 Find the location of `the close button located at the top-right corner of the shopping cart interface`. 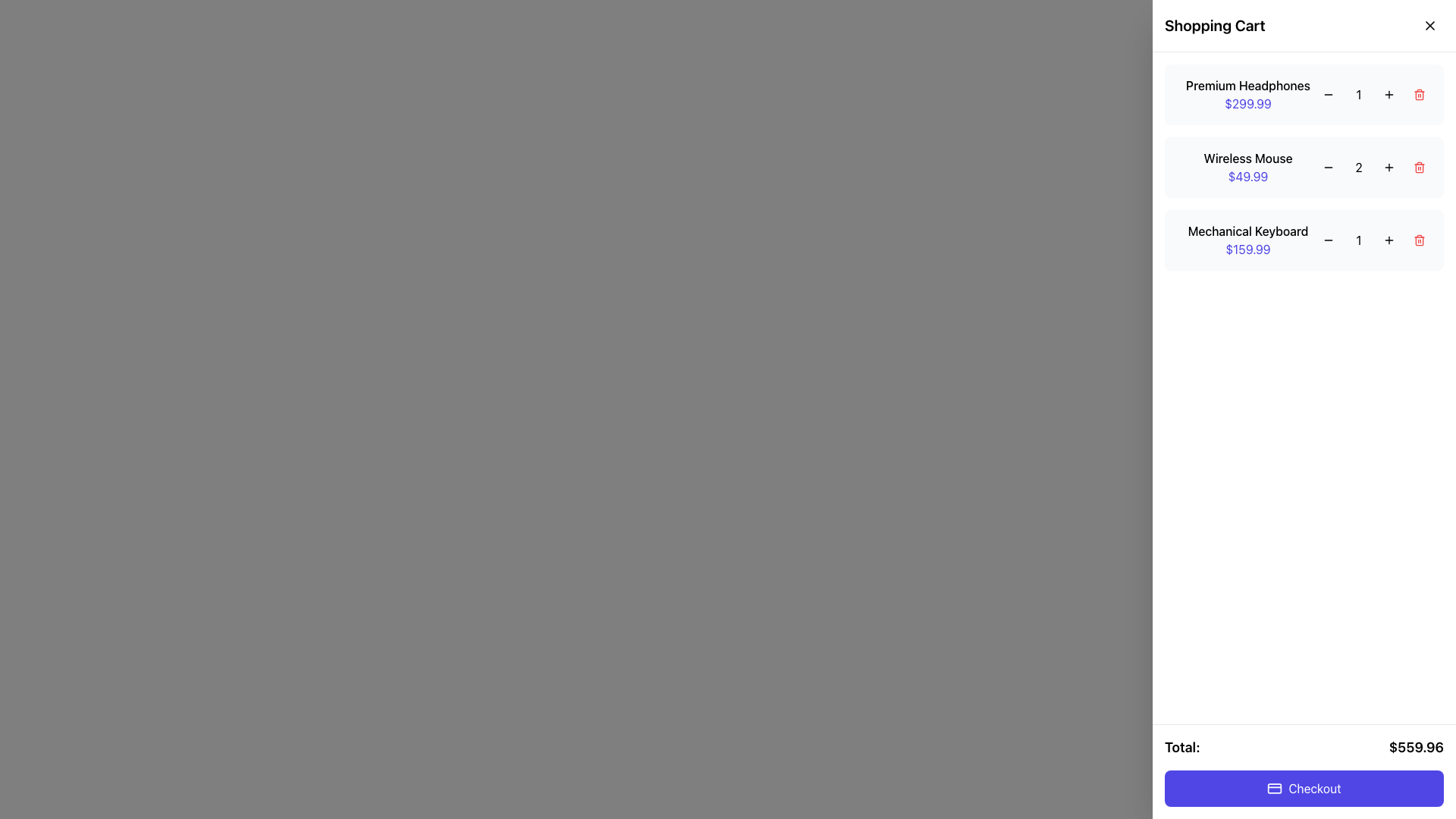

the close button located at the top-right corner of the shopping cart interface is located at coordinates (1425, 30).